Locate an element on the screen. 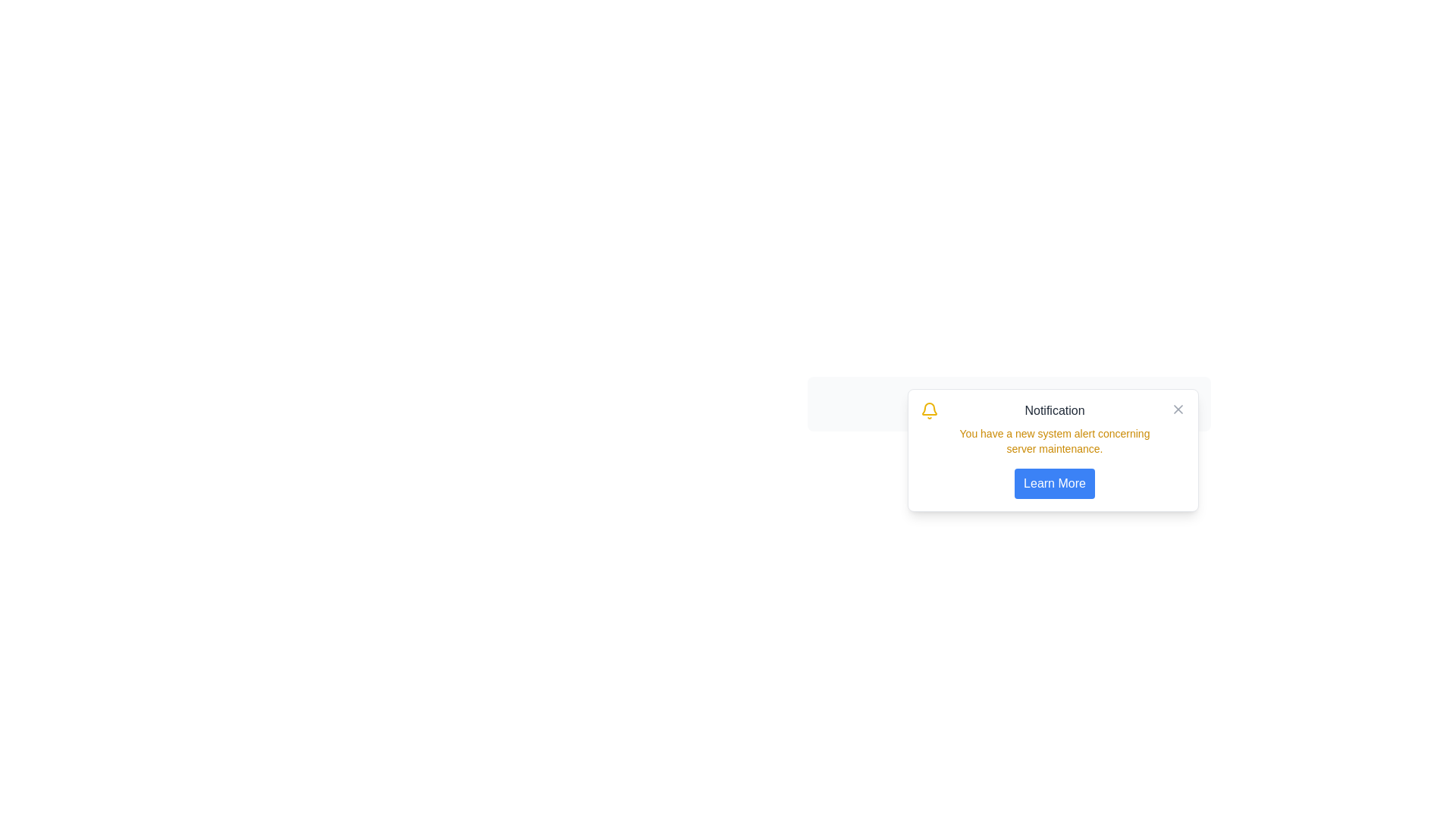  the bell icon indicating notifications at the top-left corner of the notification box is located at coordinates (928, 408).